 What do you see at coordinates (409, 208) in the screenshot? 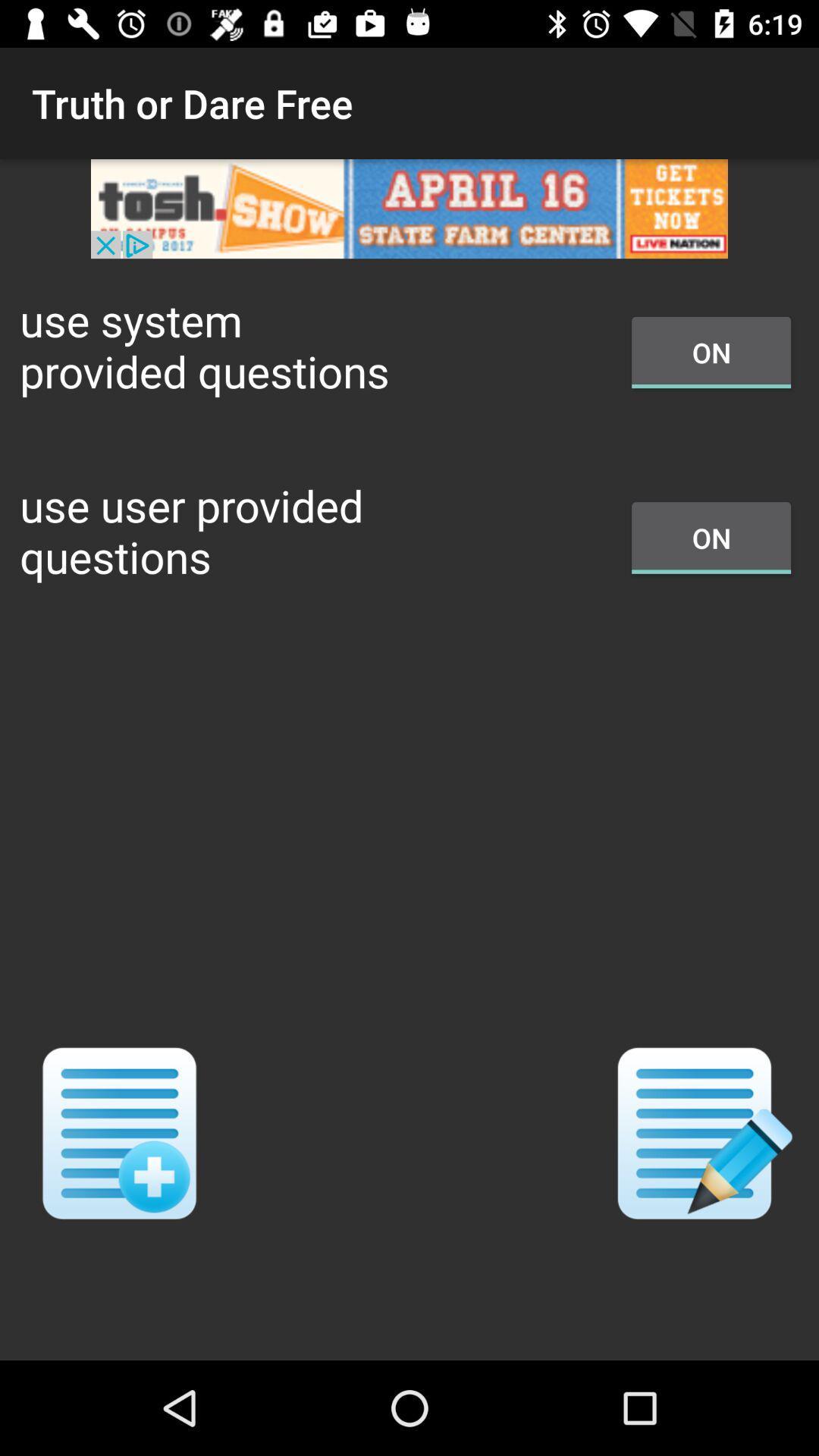
I see `remove the add` at bounding box center [409, 208].